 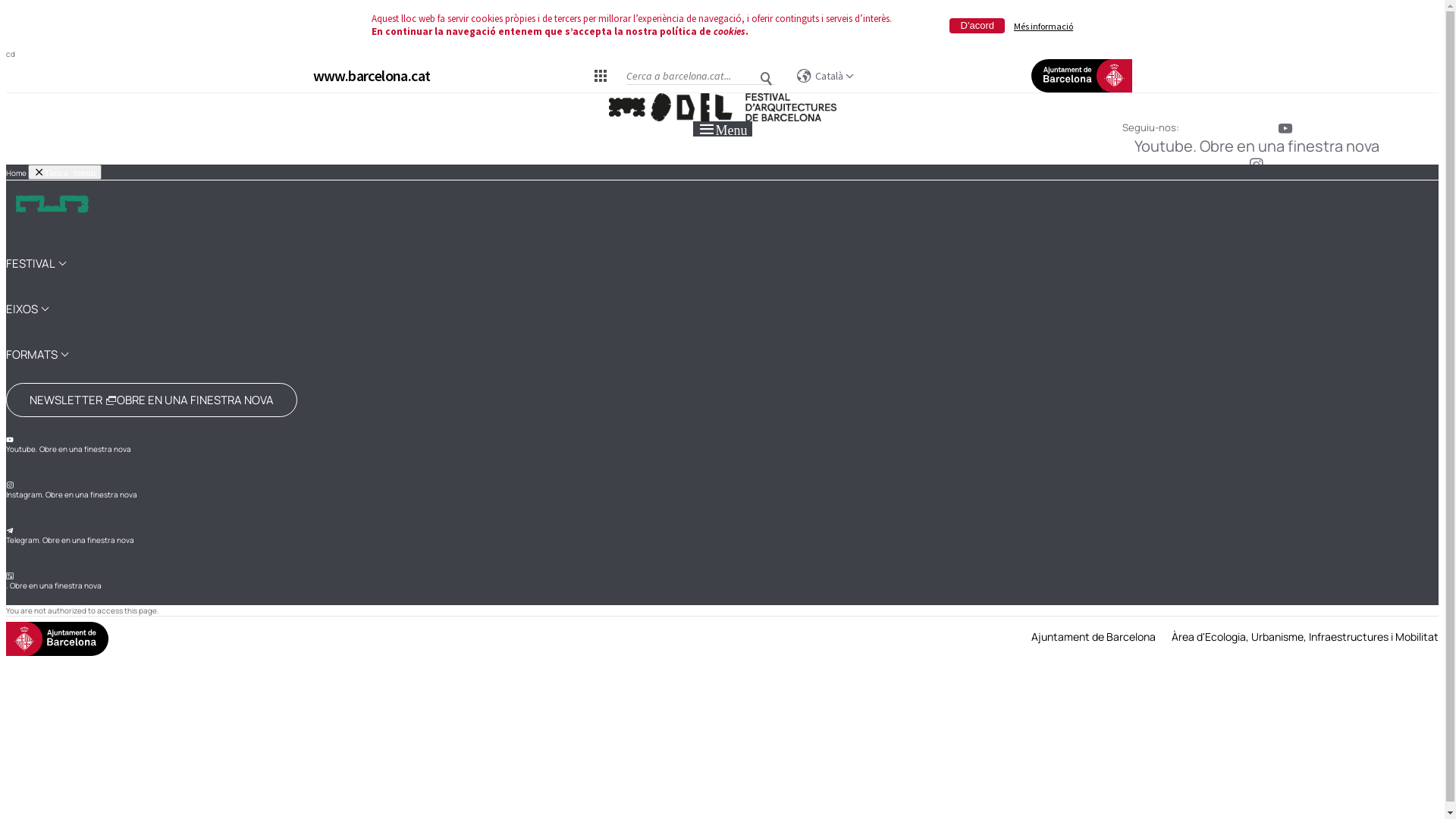 I want to click on 'Home', so click(x=16, y=171).